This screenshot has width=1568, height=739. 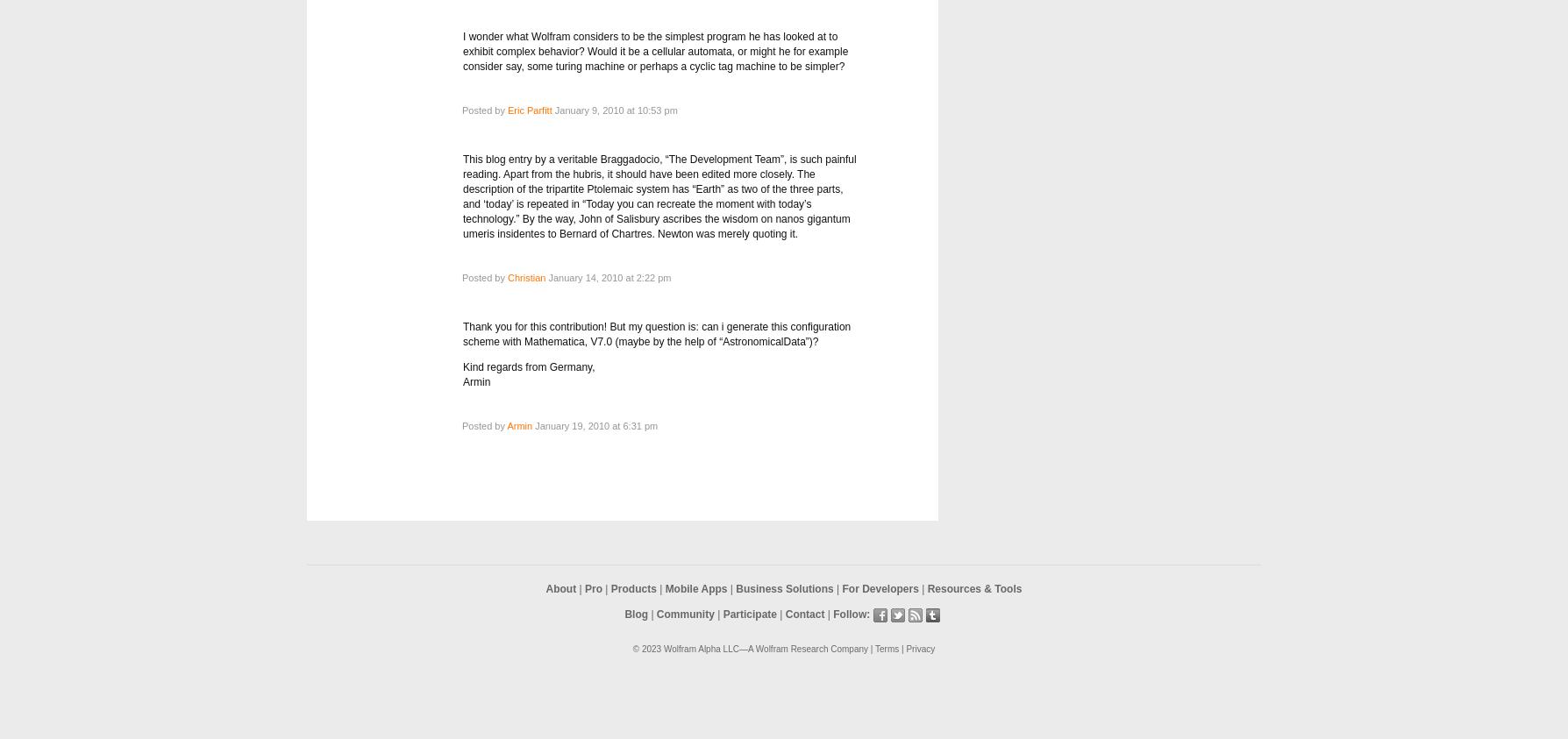 What do you see at coordinates (528, 366) in the screenshot?
I see `'Kind regards from Germany,'` at bounding box center [528, 366].